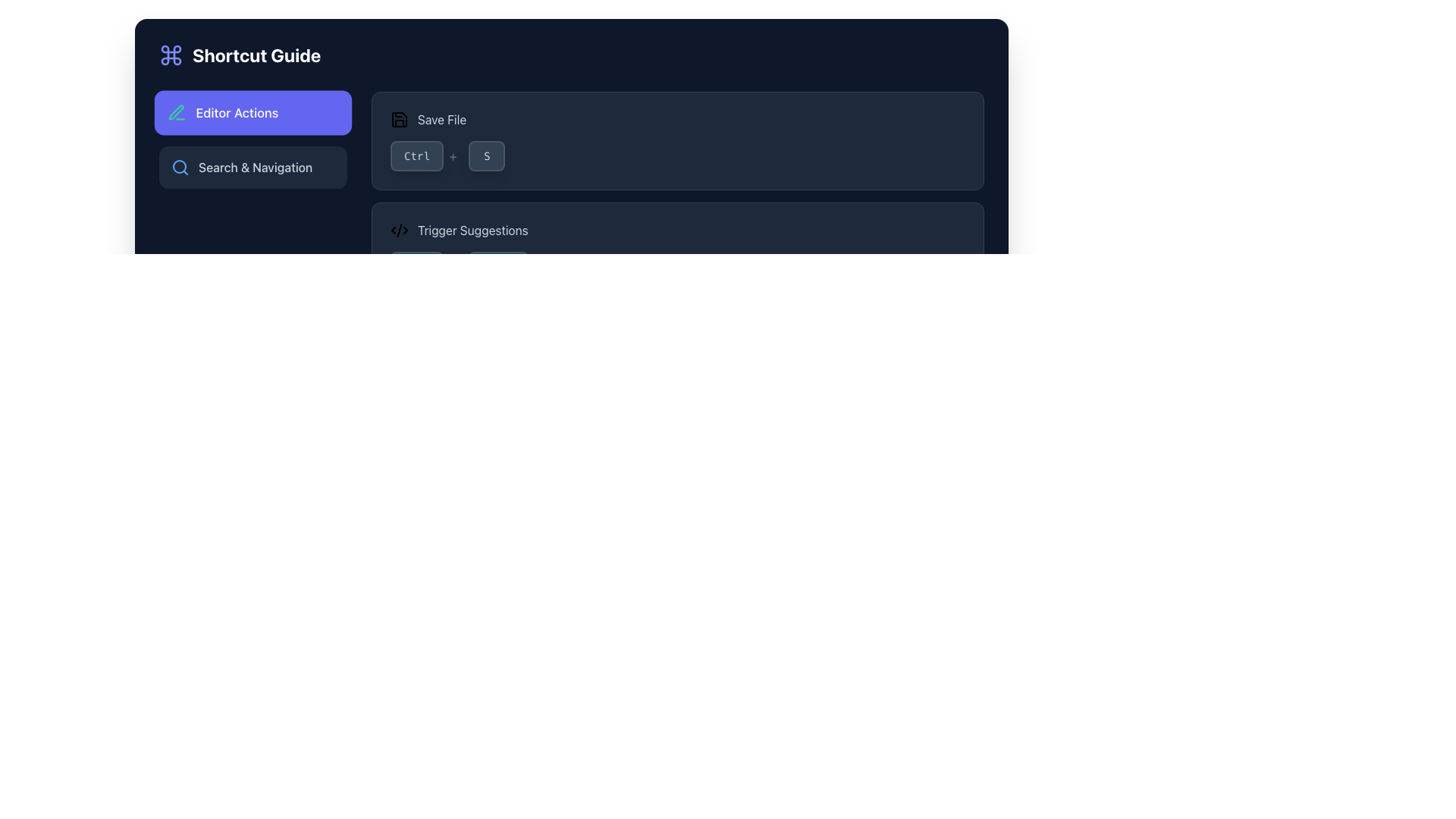 The image size is (1456, 819). What do you see at coordinates (425, 155) in the screenshot?
I see `the 'Ctrl' key representation in the keyboard shortcut display located in the 'Save File' section at the top-right area of the interface` at bounding box center [425, 155].